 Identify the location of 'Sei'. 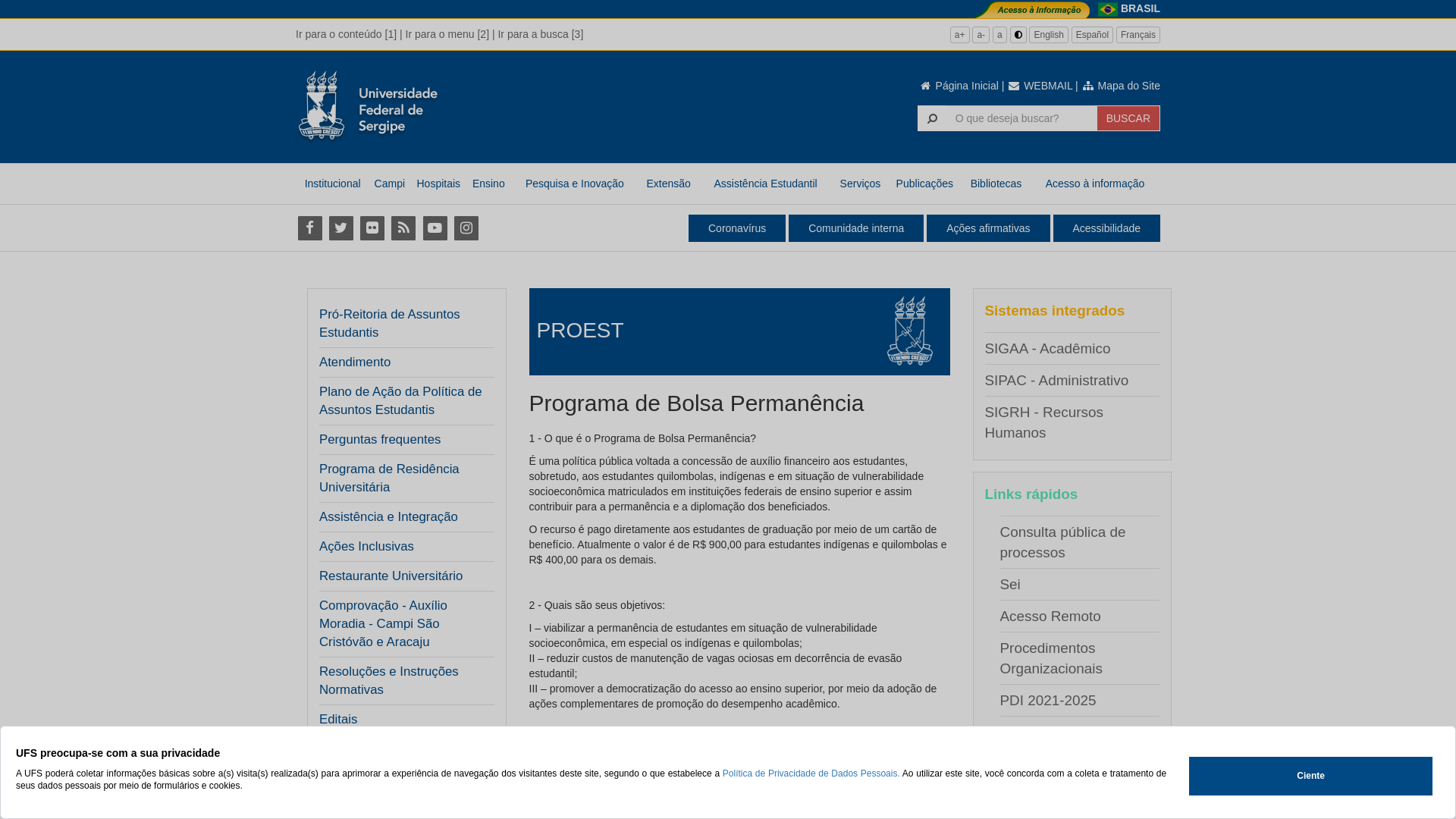
(1009, 583).